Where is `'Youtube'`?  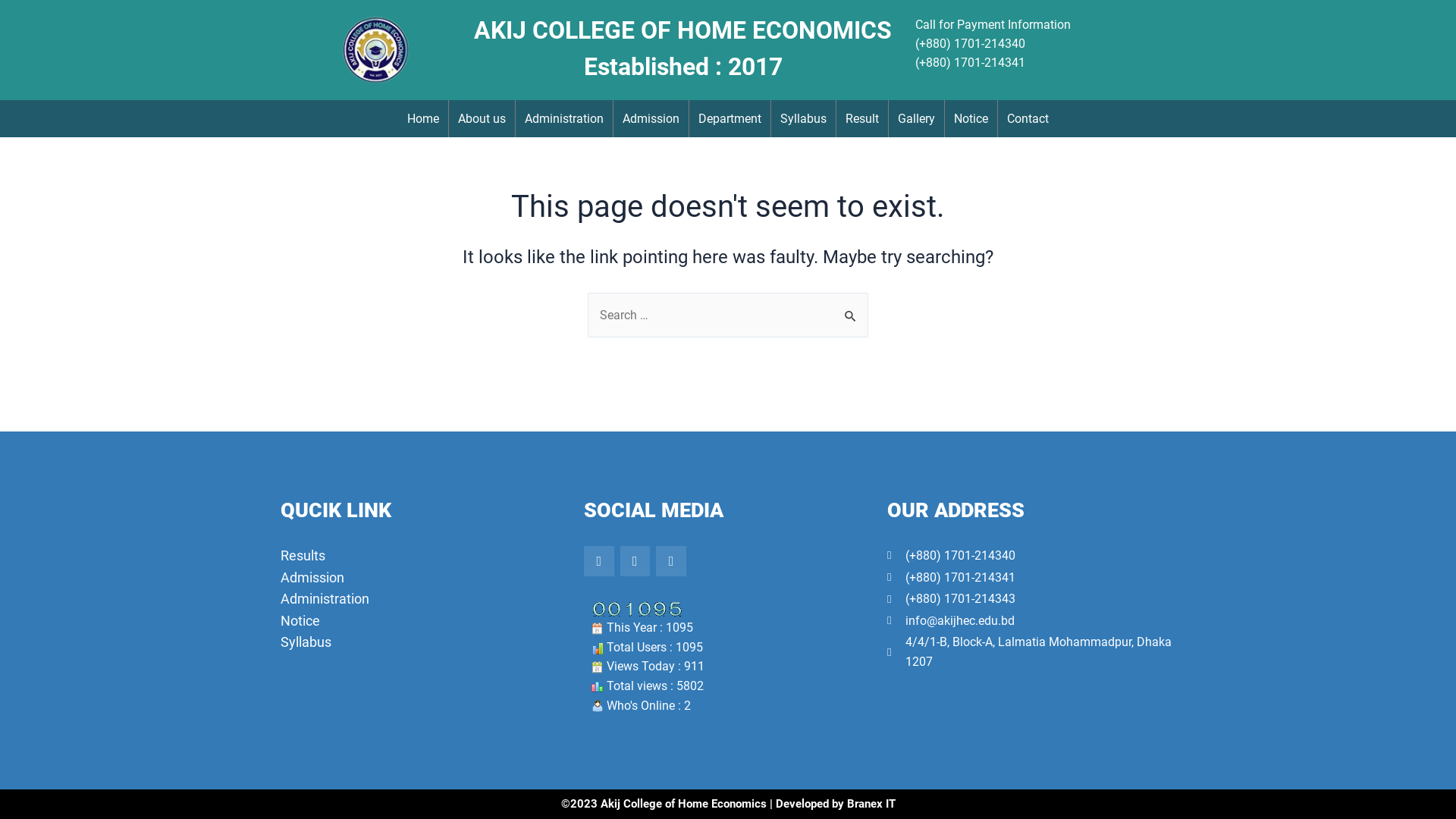 'Youtube' is located at coordinates (670, 561).